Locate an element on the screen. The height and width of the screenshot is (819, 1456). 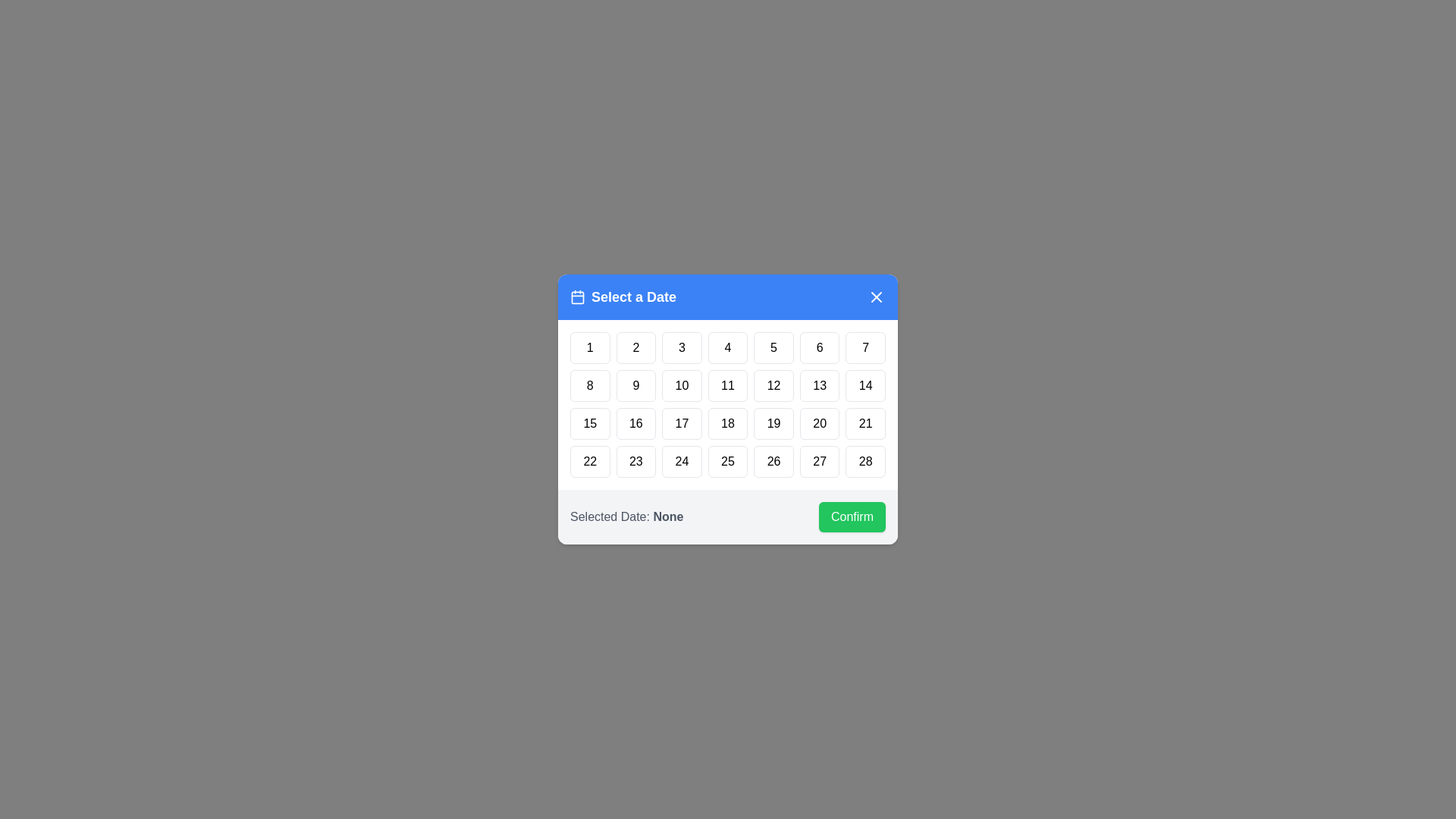
the day button labeled 18 to highlight it is located at coordinates (728, 424).